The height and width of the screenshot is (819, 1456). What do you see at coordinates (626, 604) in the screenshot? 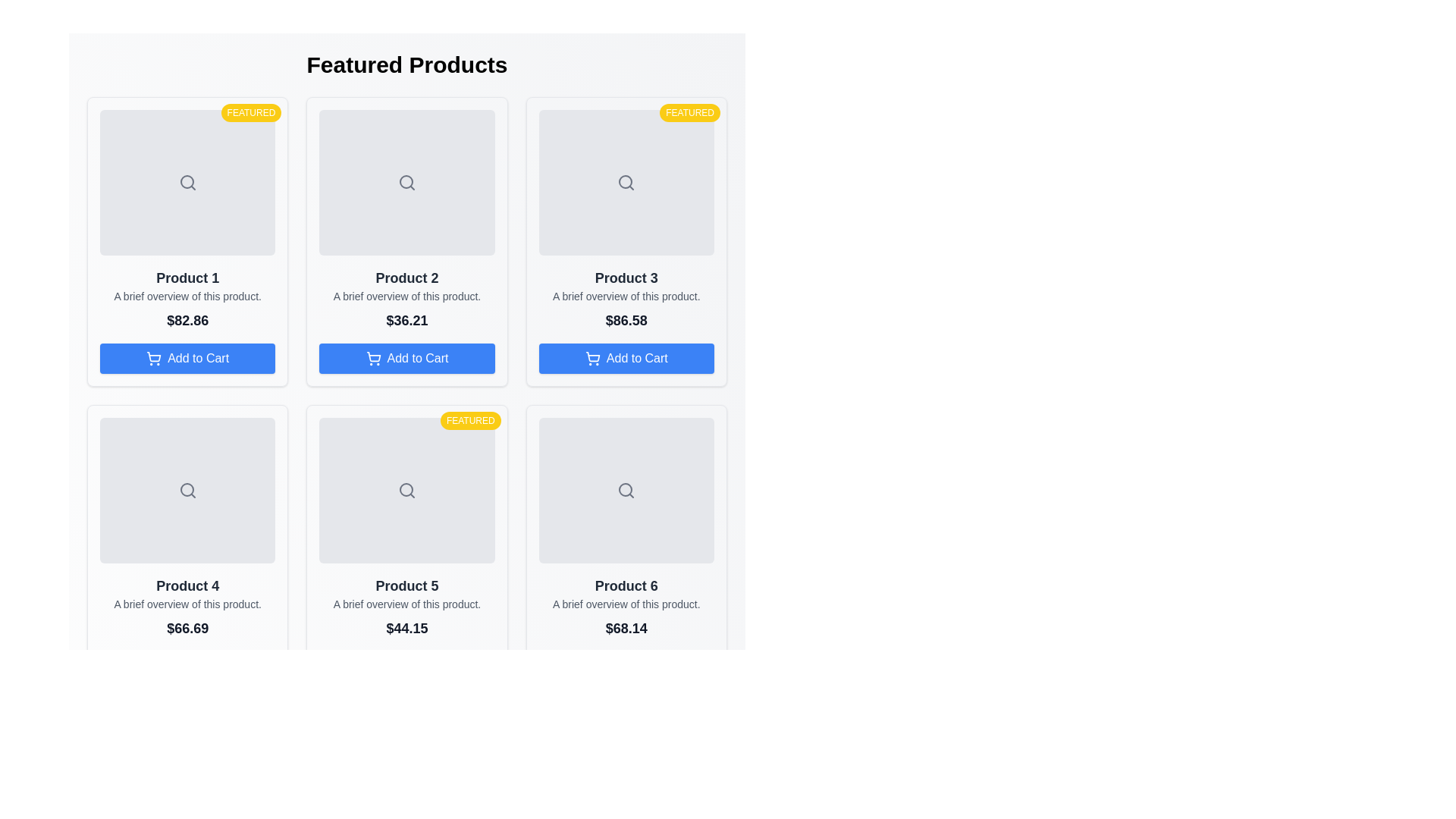
I see `descriptive text displayed for 'Product 6', located beneath the product title in the product card's bottom-right section` at bounding box center [626, 604].